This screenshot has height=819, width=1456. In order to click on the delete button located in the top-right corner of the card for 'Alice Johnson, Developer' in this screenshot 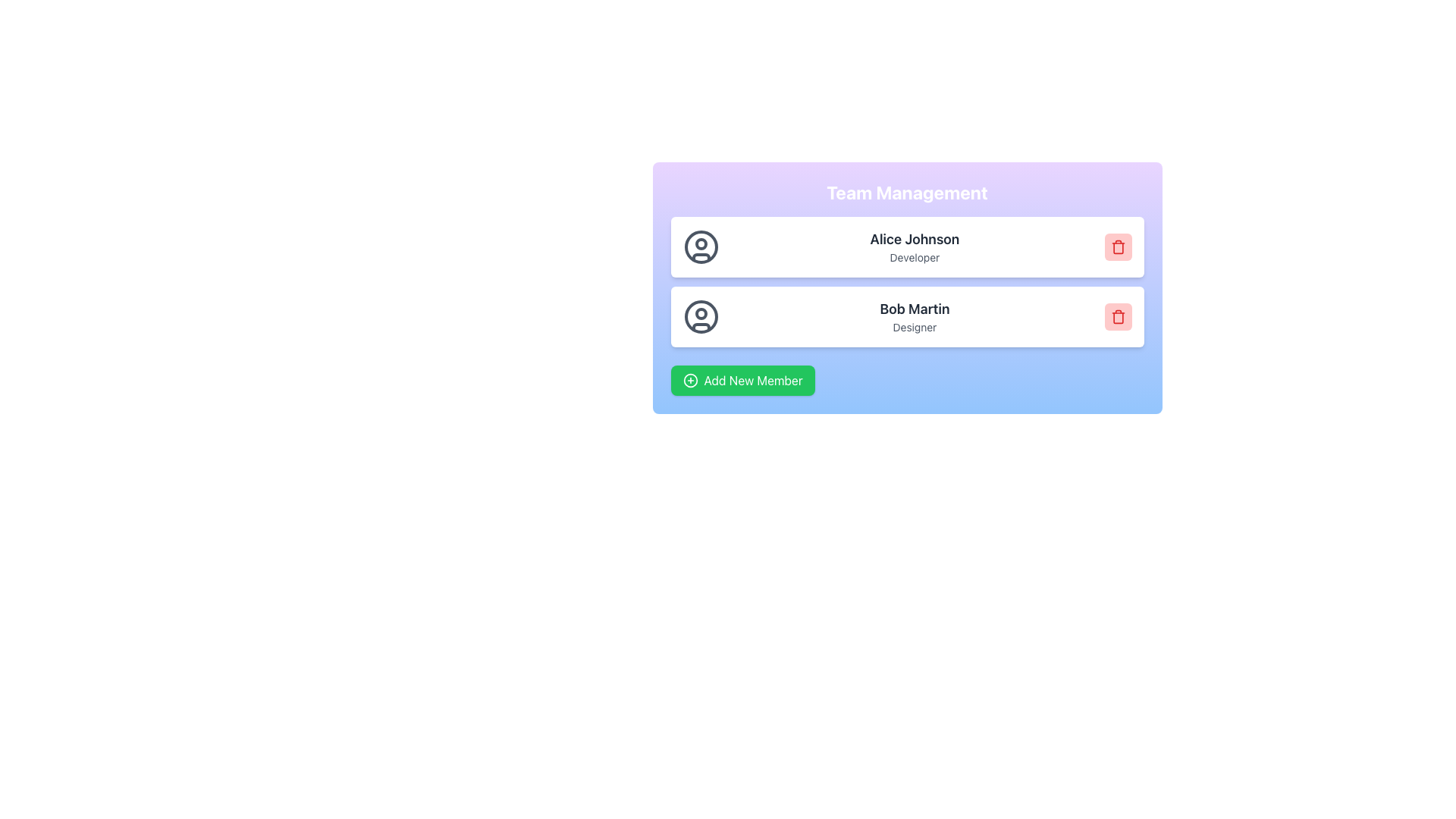, I will do `click(1118, 246)`.